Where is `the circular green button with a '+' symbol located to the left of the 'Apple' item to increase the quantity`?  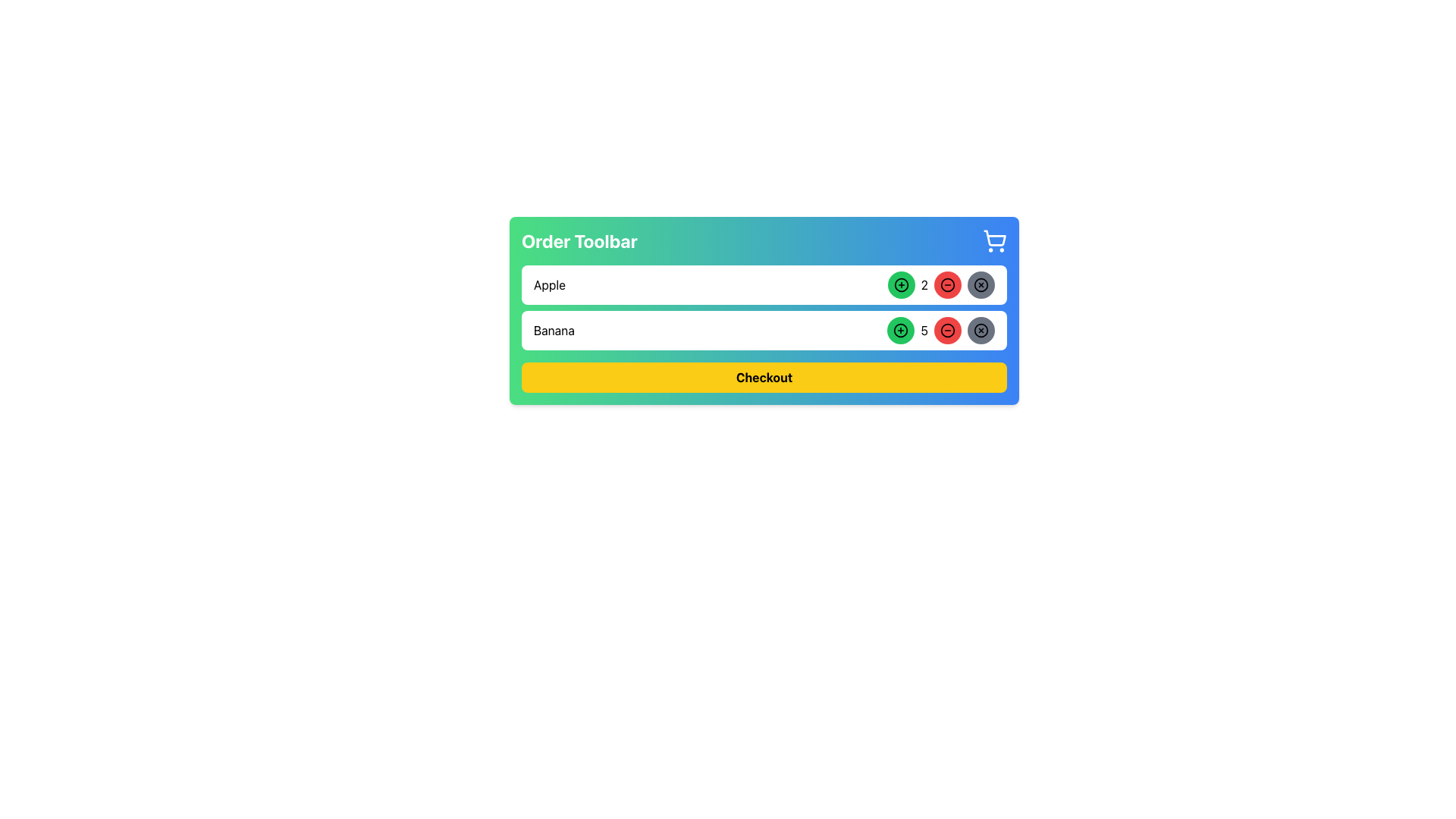 the circular green button with a '+' symbol located to the left of the 'Apple' item to increase the quantity is located at coordinates (901, 284).